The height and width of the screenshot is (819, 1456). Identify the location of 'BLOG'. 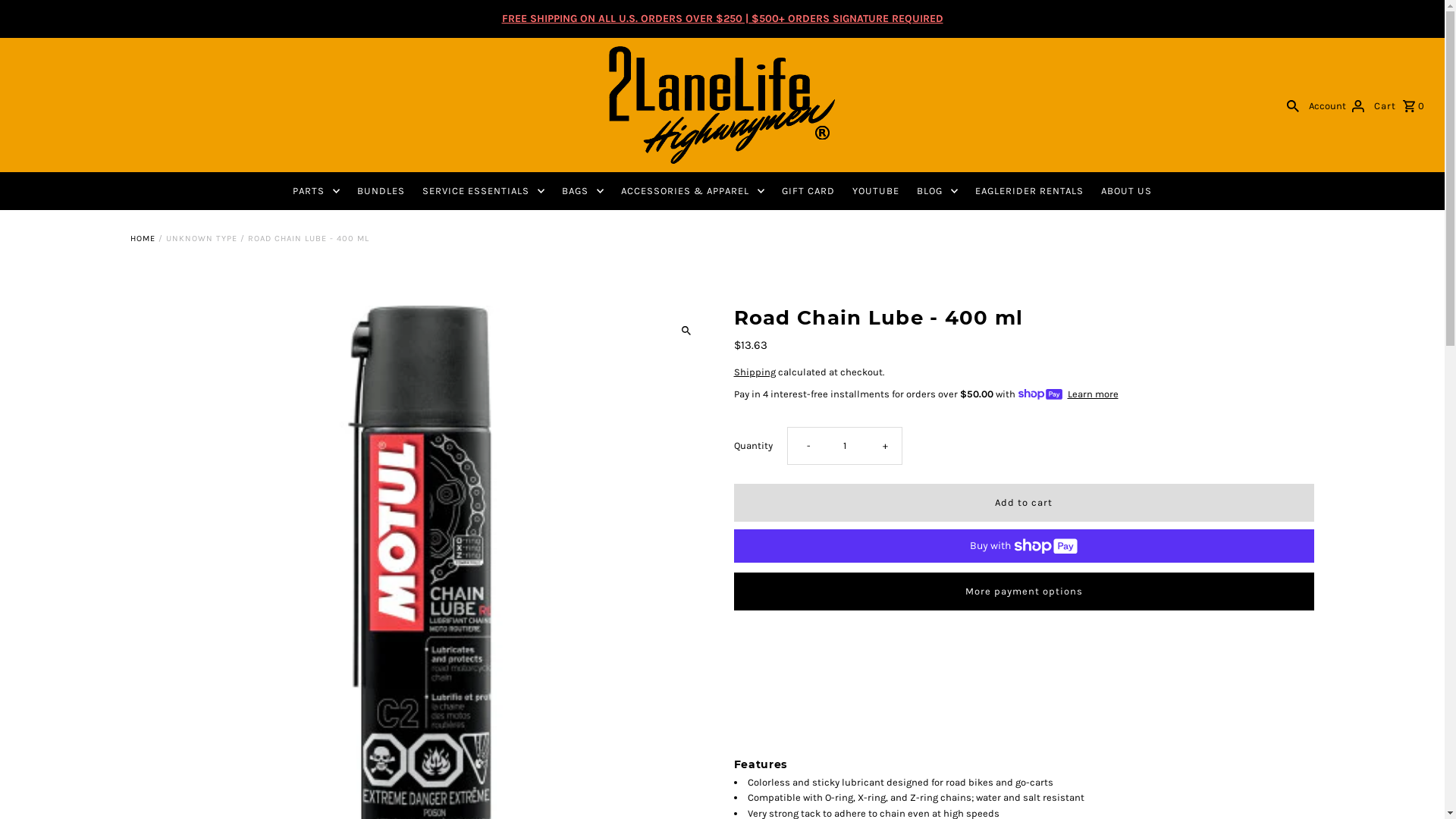
(937, 190).